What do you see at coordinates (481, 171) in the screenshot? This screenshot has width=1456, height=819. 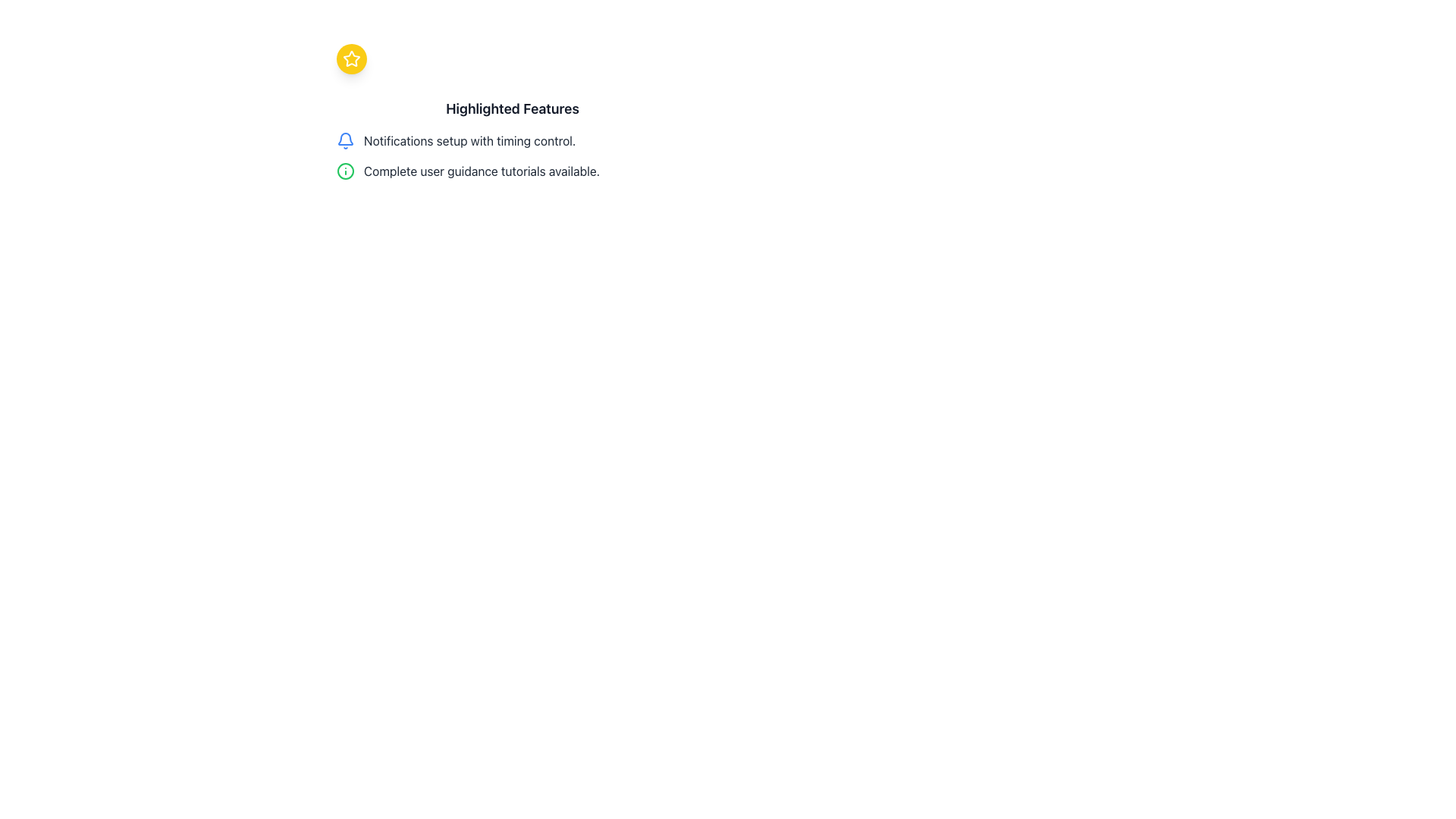 I see `text label that states 'Complete user guidance tutorials available.' positioned under the 'Highlighted Features' section, next to the green informational icon` at bounding box center [481, 171].